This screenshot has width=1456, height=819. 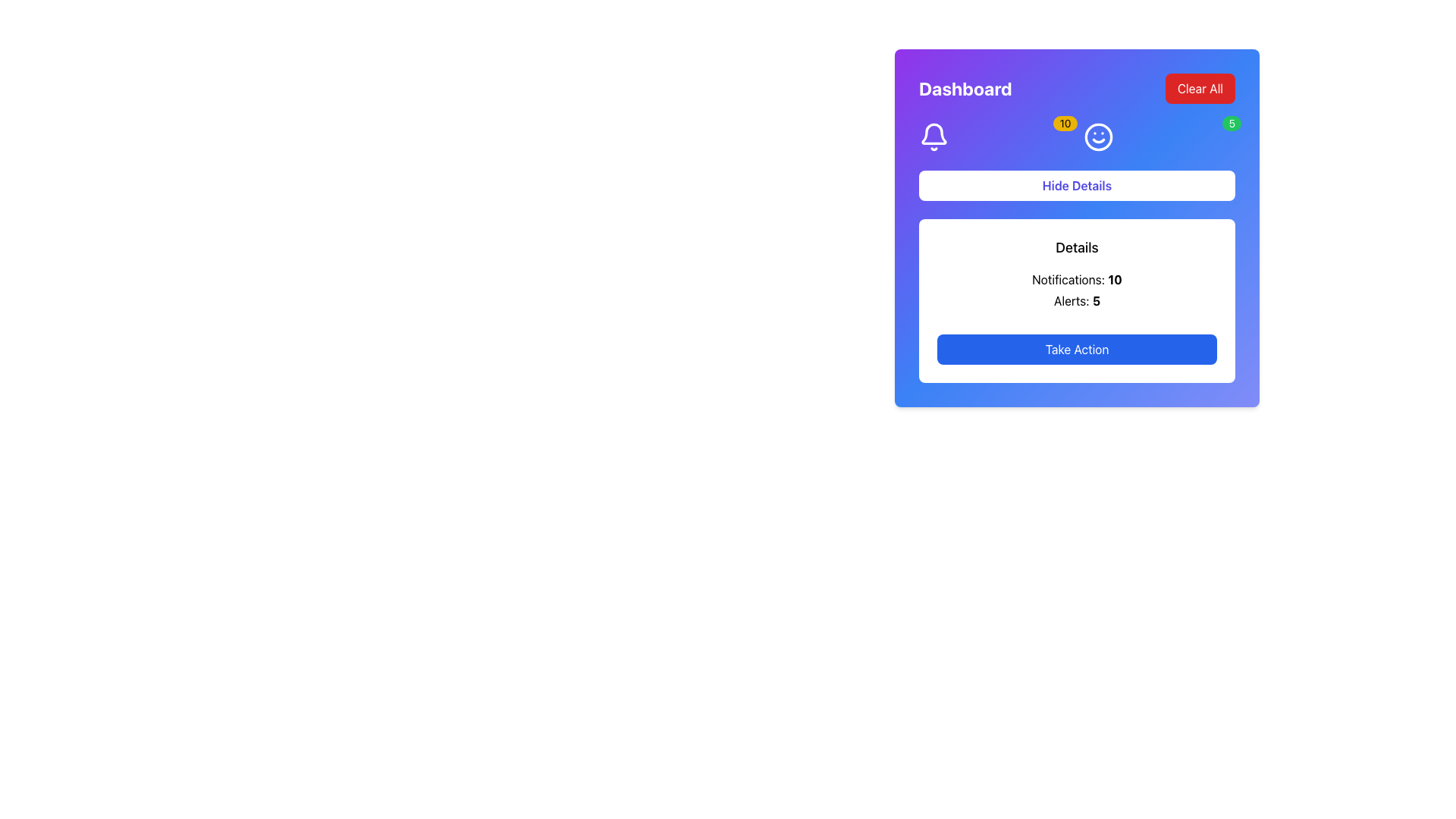 I want to click on the notification bell icon located in the top-left section of the card, which serves as a visual cue for alerts or updates, so click(x=934, y=133).